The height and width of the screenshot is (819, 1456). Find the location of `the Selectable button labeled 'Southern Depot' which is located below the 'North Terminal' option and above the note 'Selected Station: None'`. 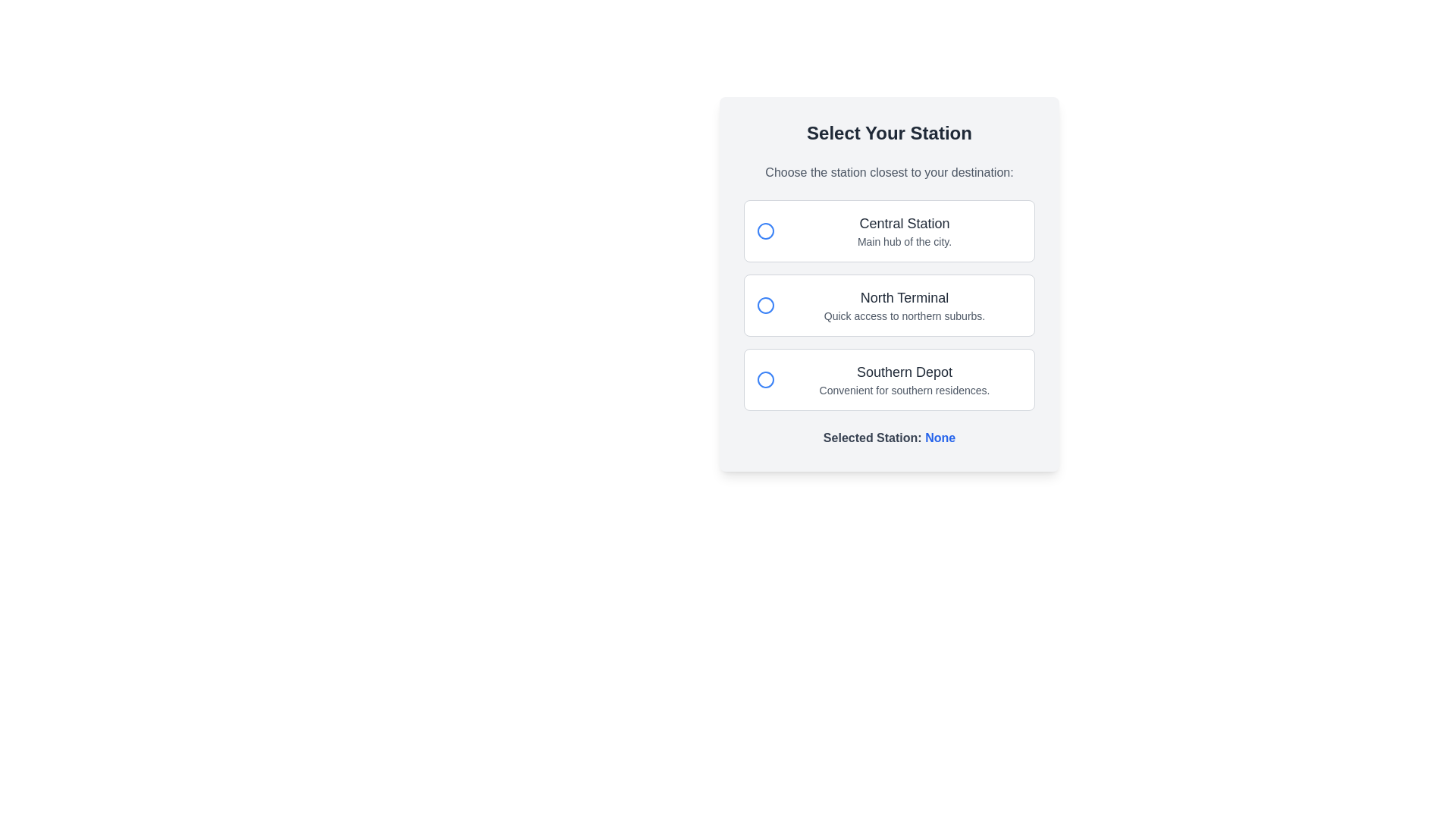

the Selectable button labeled 'Southern Depot' which is located below the 'North Terminal' option and above the note 'Selected Station: None' is located at coordinates (889, 379).